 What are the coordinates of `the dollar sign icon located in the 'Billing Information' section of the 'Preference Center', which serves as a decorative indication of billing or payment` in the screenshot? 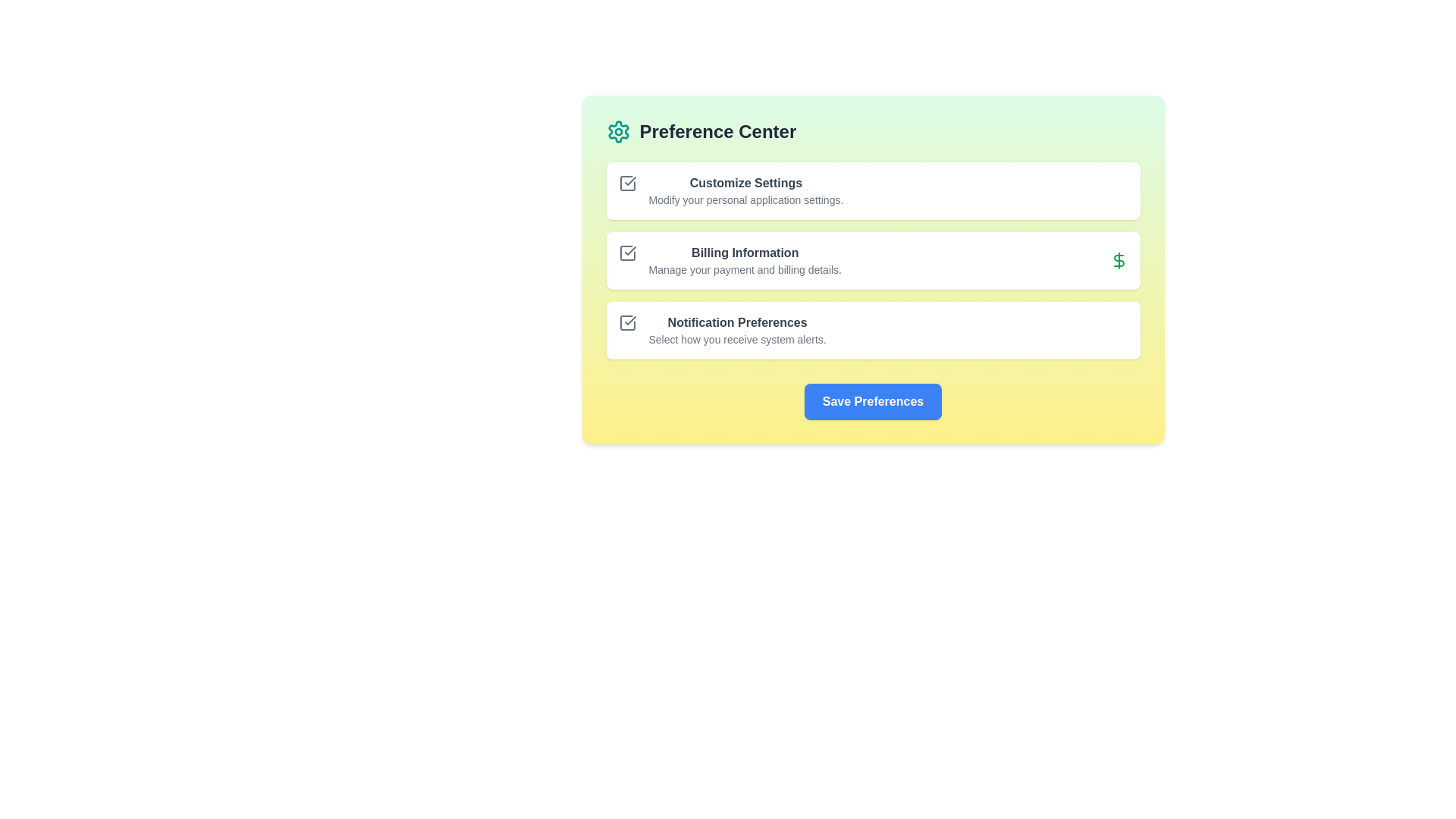 It's located at (1119, 259).